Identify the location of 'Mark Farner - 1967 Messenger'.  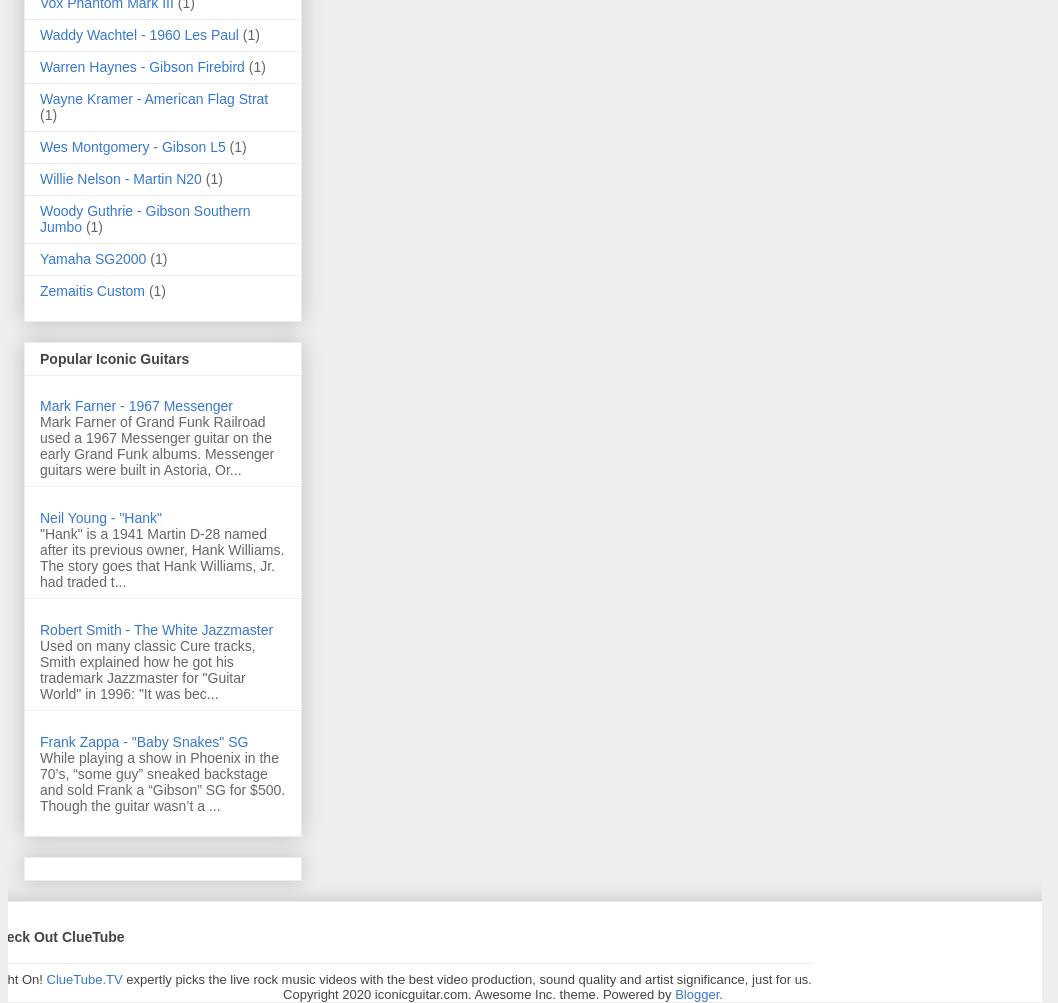
(134, 405).